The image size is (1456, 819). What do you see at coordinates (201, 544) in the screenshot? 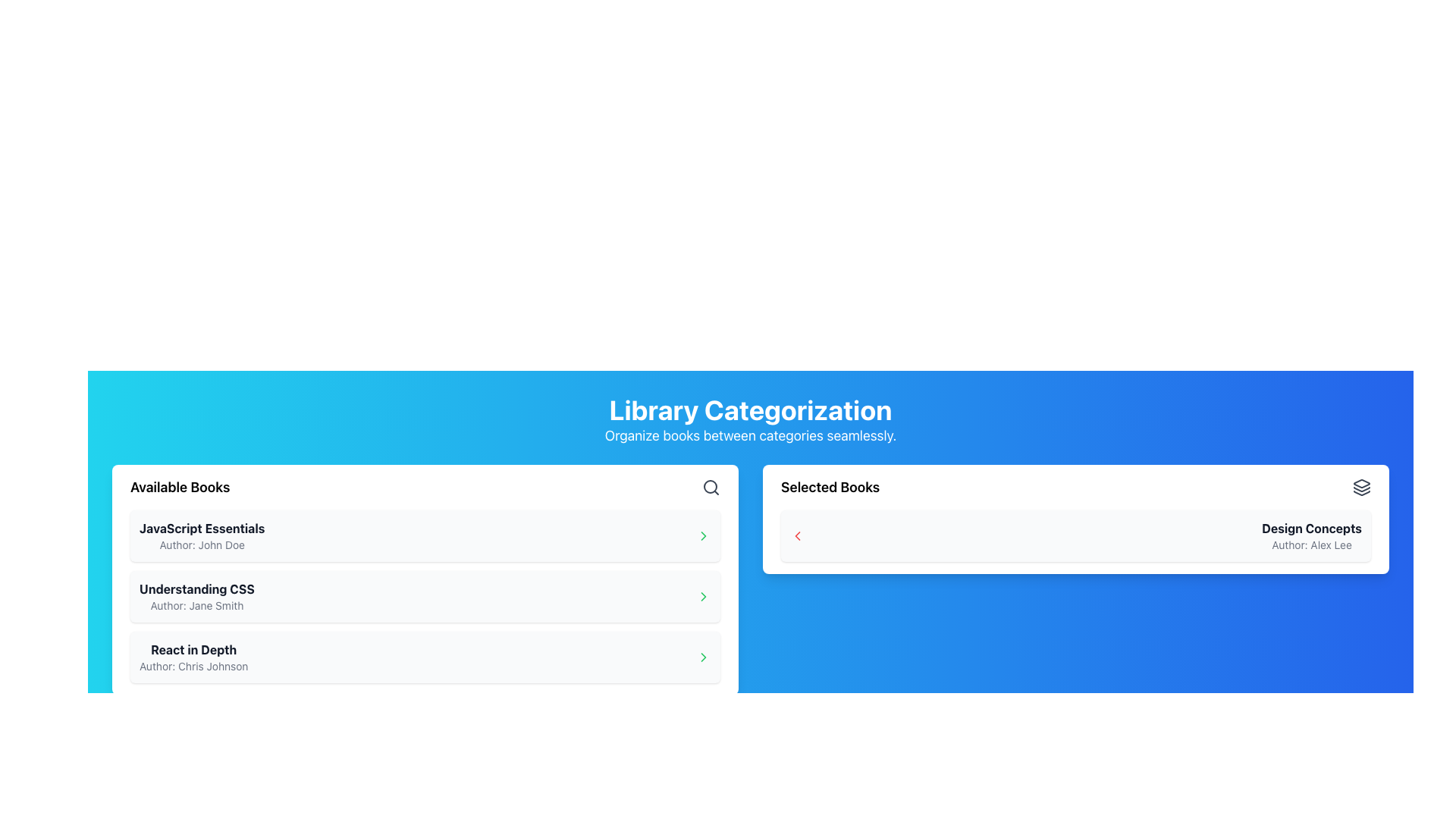
I see `the text label reading 'Author: John Doe' located below the title 'JavaScript Essentials' in the 'Available Books' section` at bounding box center [201, 544].